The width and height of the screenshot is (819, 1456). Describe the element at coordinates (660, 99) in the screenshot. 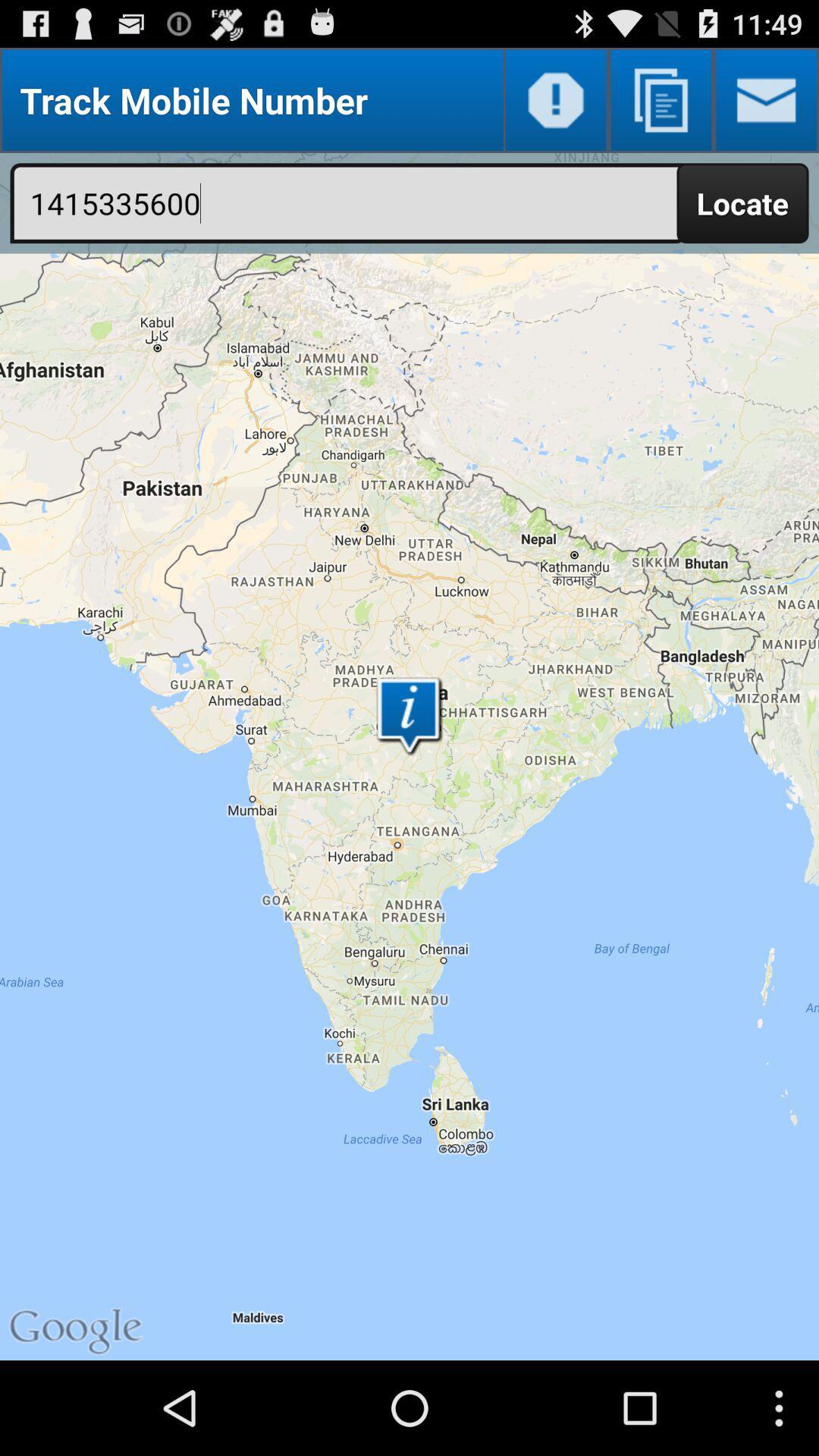

I see `copy tool` at that location.